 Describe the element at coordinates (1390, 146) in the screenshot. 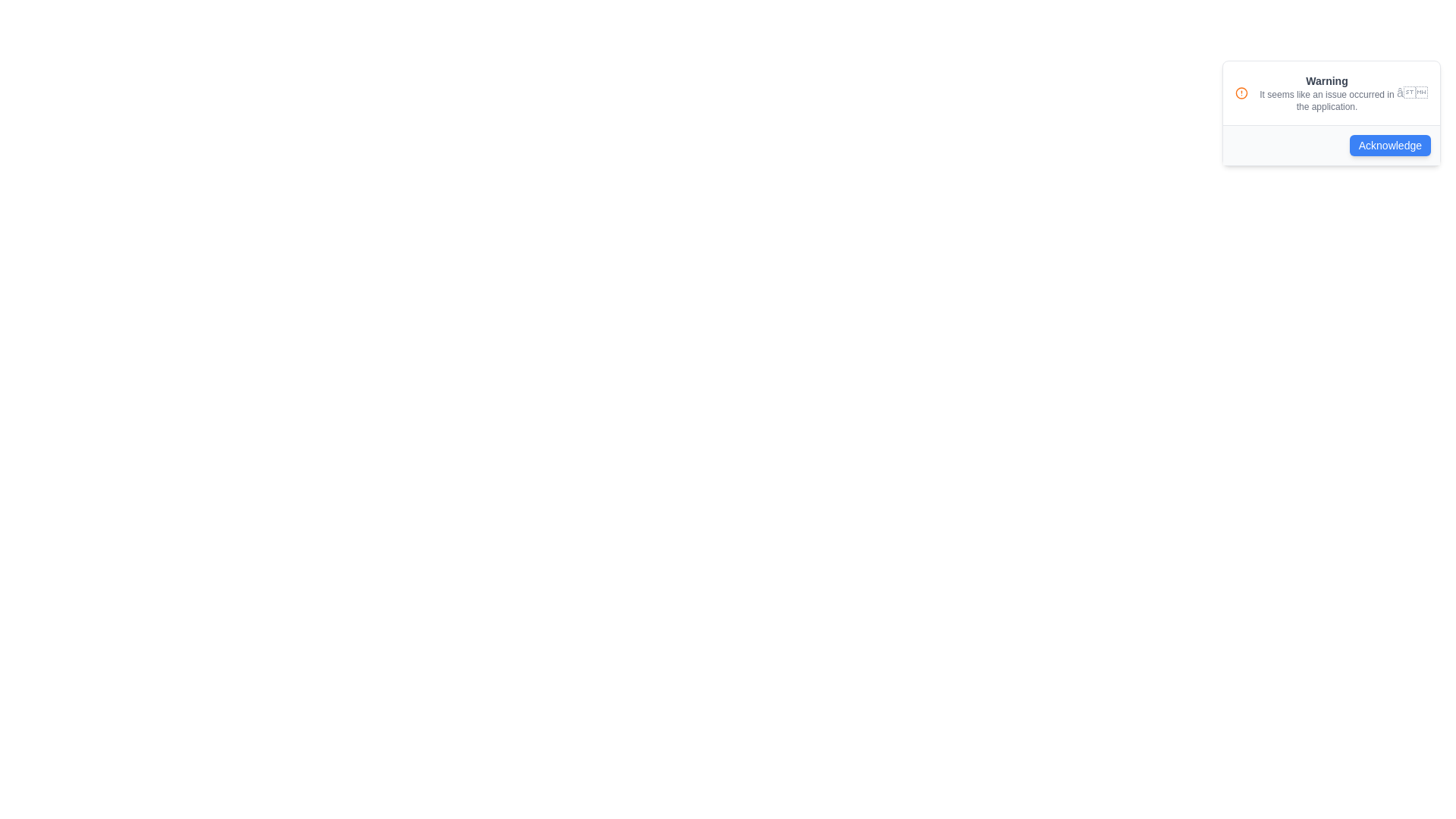

I see `the 'Acknowledge' button, which has a blue background, white text, rounded corners, and is located at the bottom-right corner of the application` at that location.